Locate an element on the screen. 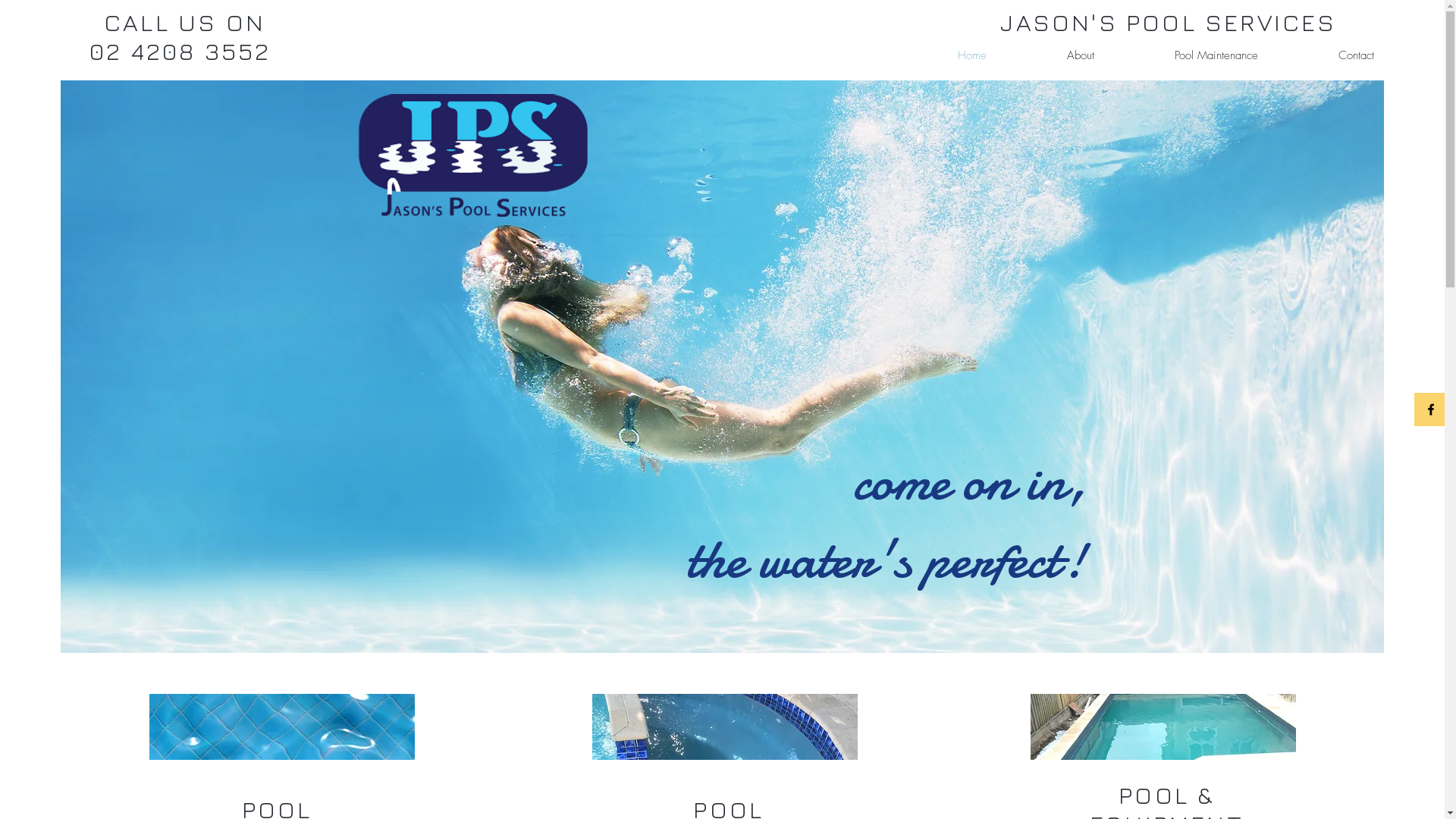 This screenshot has width=1456, height=819. 'Pool Maintenance' is located at coordinates (1186, 55).